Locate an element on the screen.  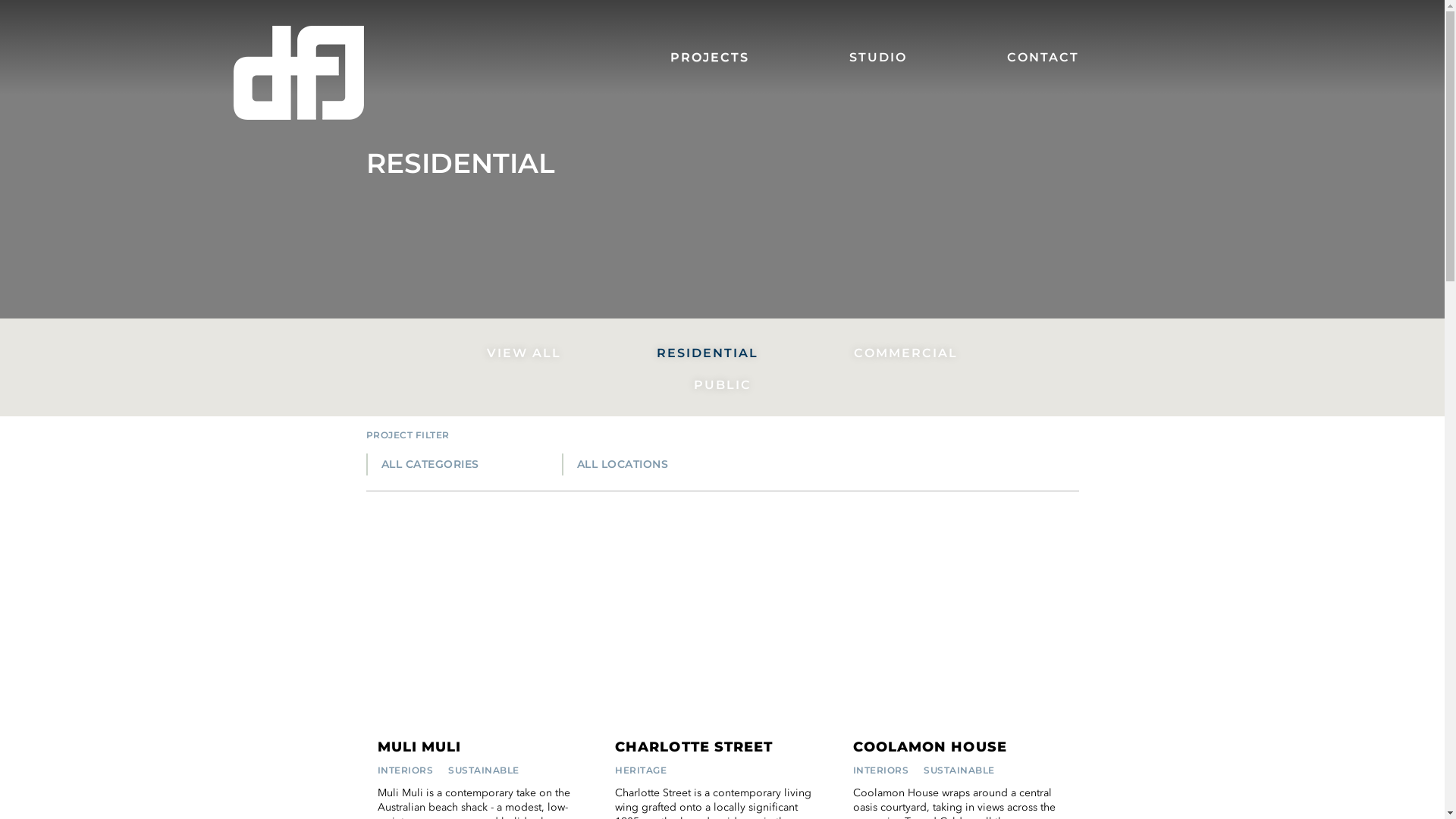
' STUDIO' is located at coordinates (874, 57).